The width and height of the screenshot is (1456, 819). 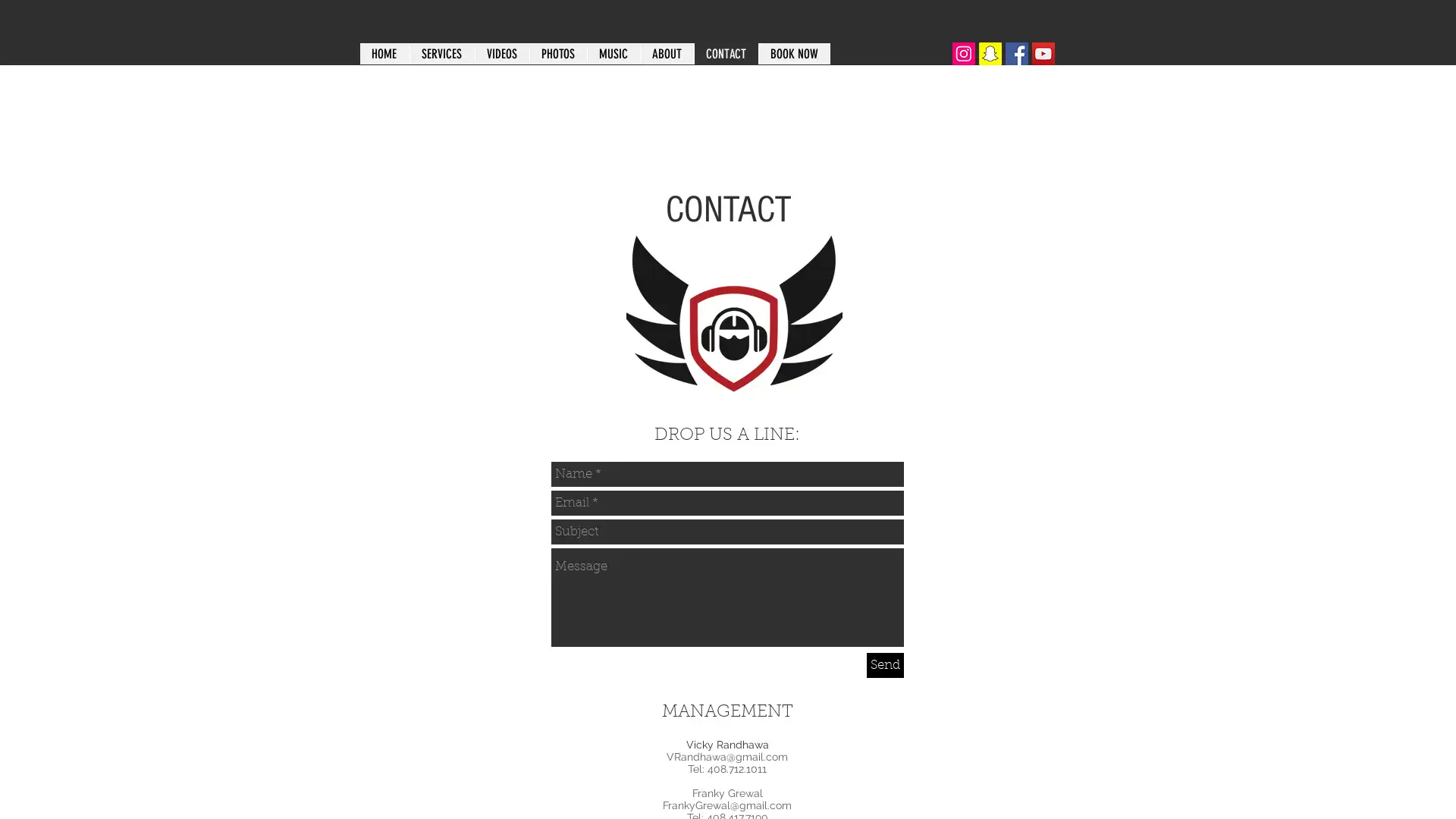 What do you see at coordinates (885, 664) in the screenshot?
I see `Send` at bounding box center [885, 664].